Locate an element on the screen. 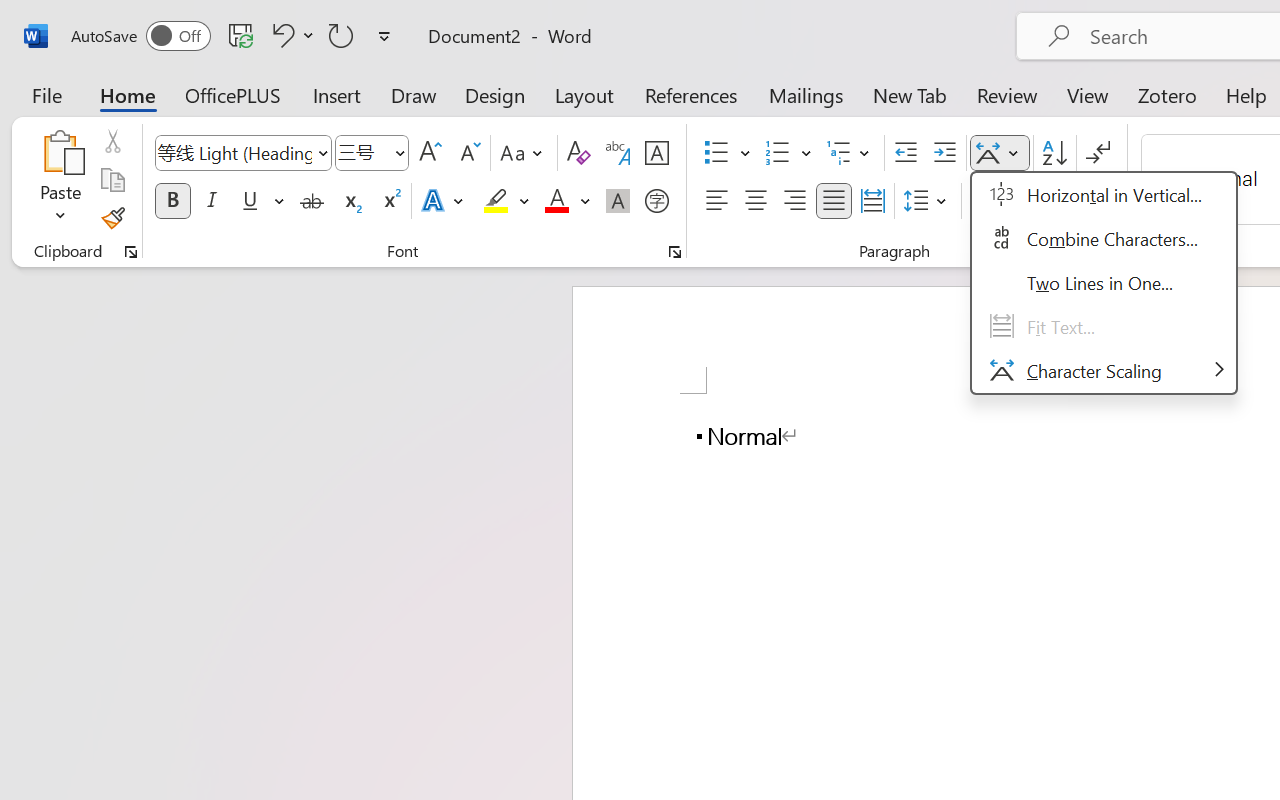 This screenshot has width=1280, height=800. 'Subscript' is located at coordinates (350, 201).